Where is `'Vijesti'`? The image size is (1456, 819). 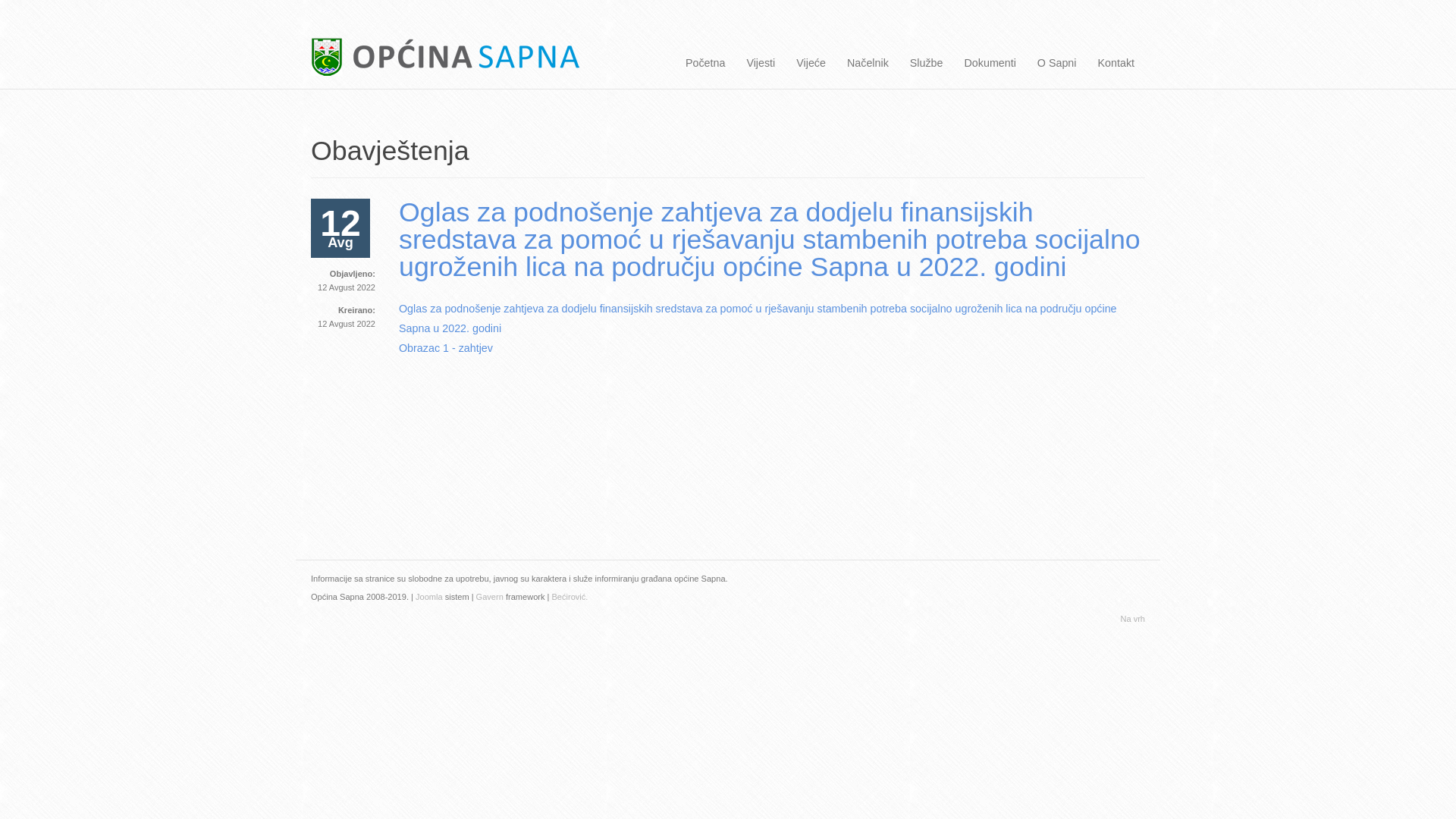
'Vijesti' is located at coordinates (761, 62).